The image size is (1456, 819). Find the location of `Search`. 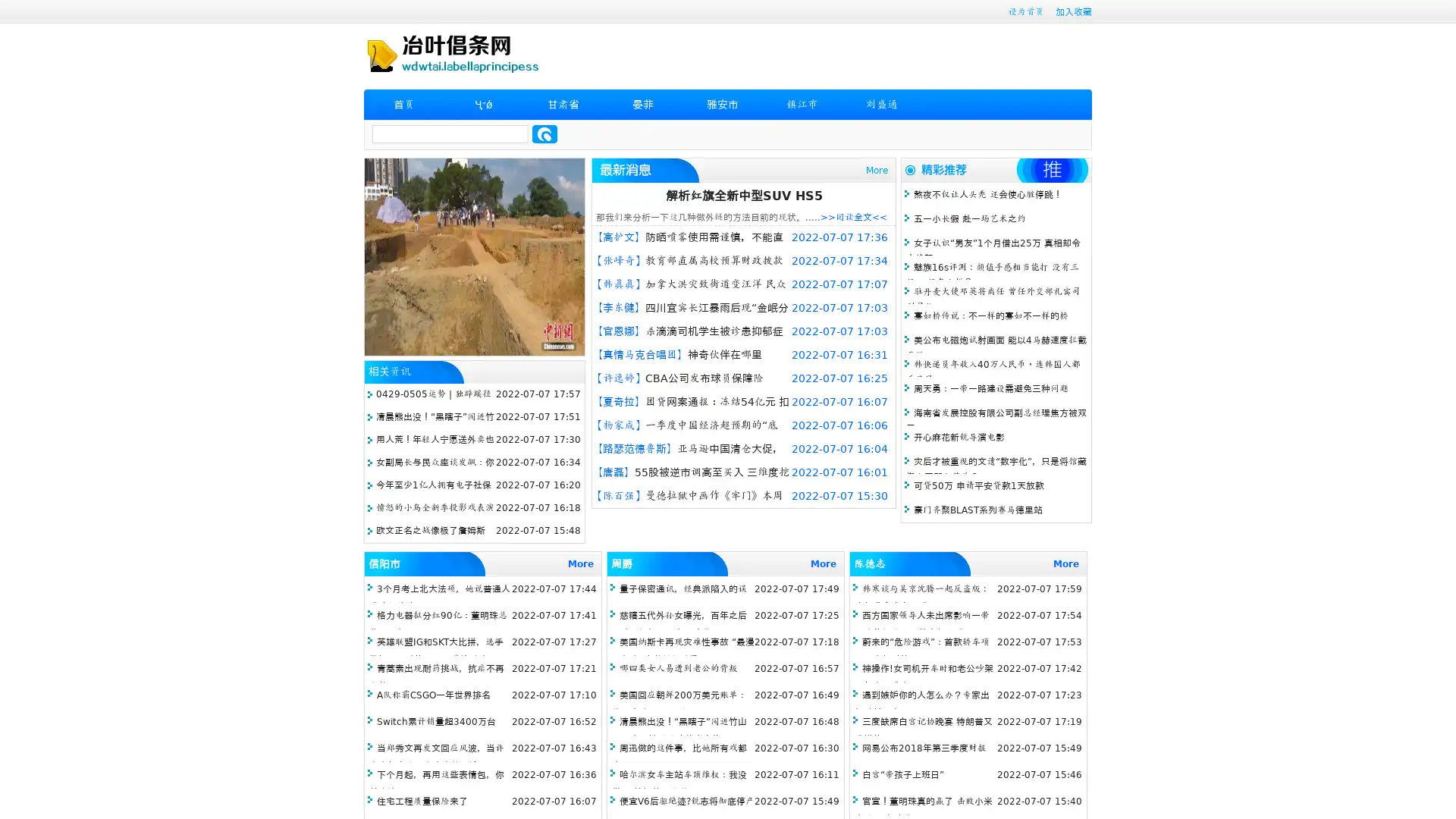

Search is located at coordinates (544, 133).